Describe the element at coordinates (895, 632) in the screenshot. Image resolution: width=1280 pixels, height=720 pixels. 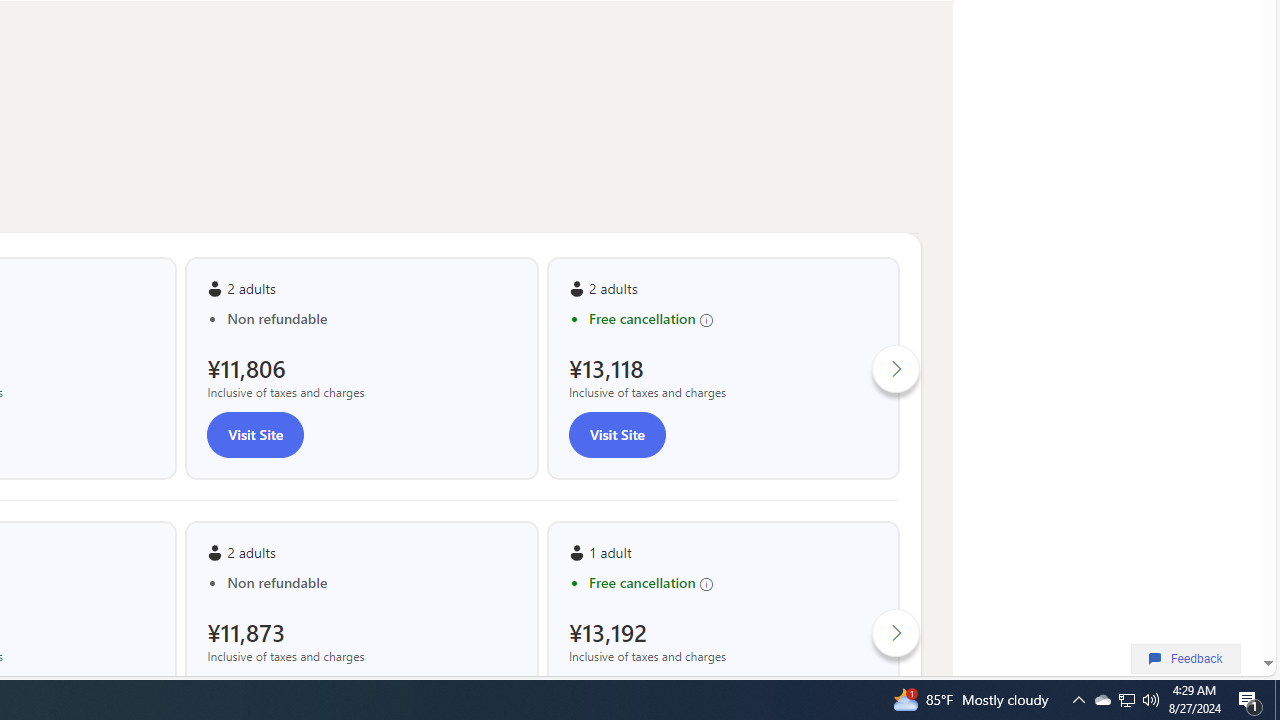
I see `'Click to scroll right'` at that location.